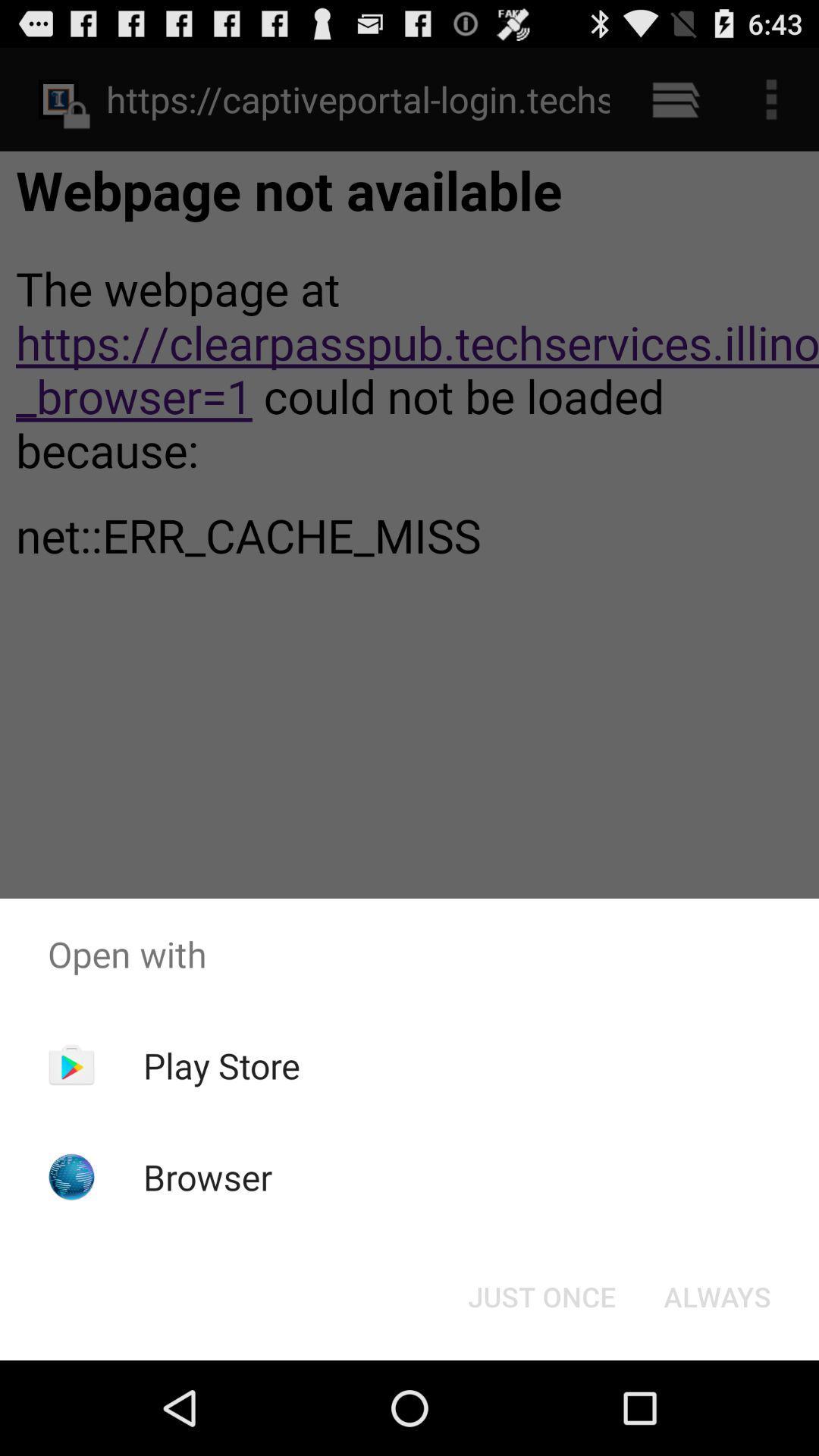 The width and height of the screenshot is (819, 1456). Describe the element at coordinates (717, 1295) in the screenshot. I see `the always item` at that location.